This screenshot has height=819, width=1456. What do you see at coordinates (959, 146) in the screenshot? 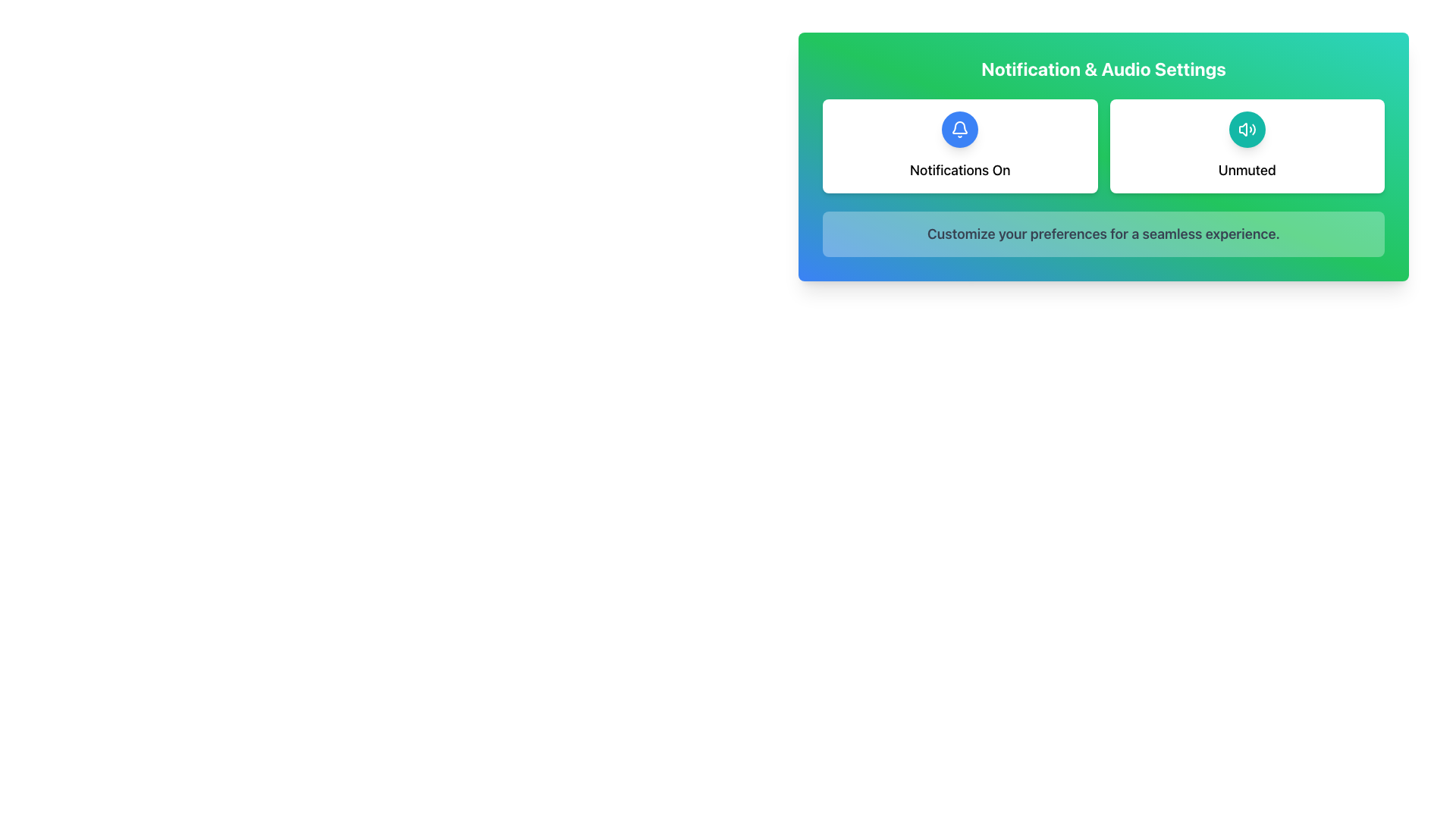
I see `the blue circular button with a bell icon at the top of the notifications card` at bounding box center [959, 146].